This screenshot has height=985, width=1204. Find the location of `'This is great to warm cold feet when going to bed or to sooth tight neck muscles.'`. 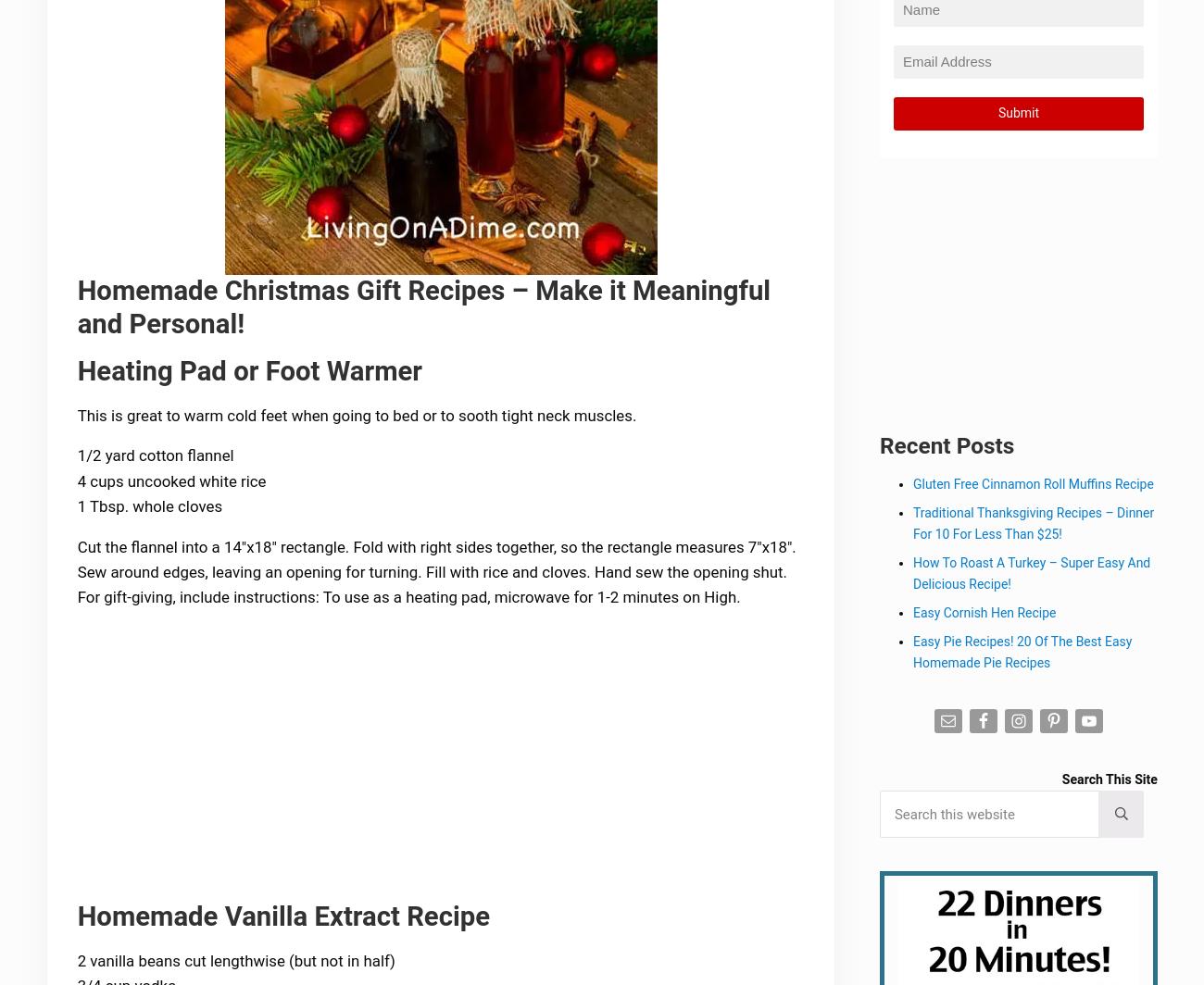

'This is great to warm cold feet when going to bed or to sooth tight neck muscles.' is located at coordinates (79, 416).